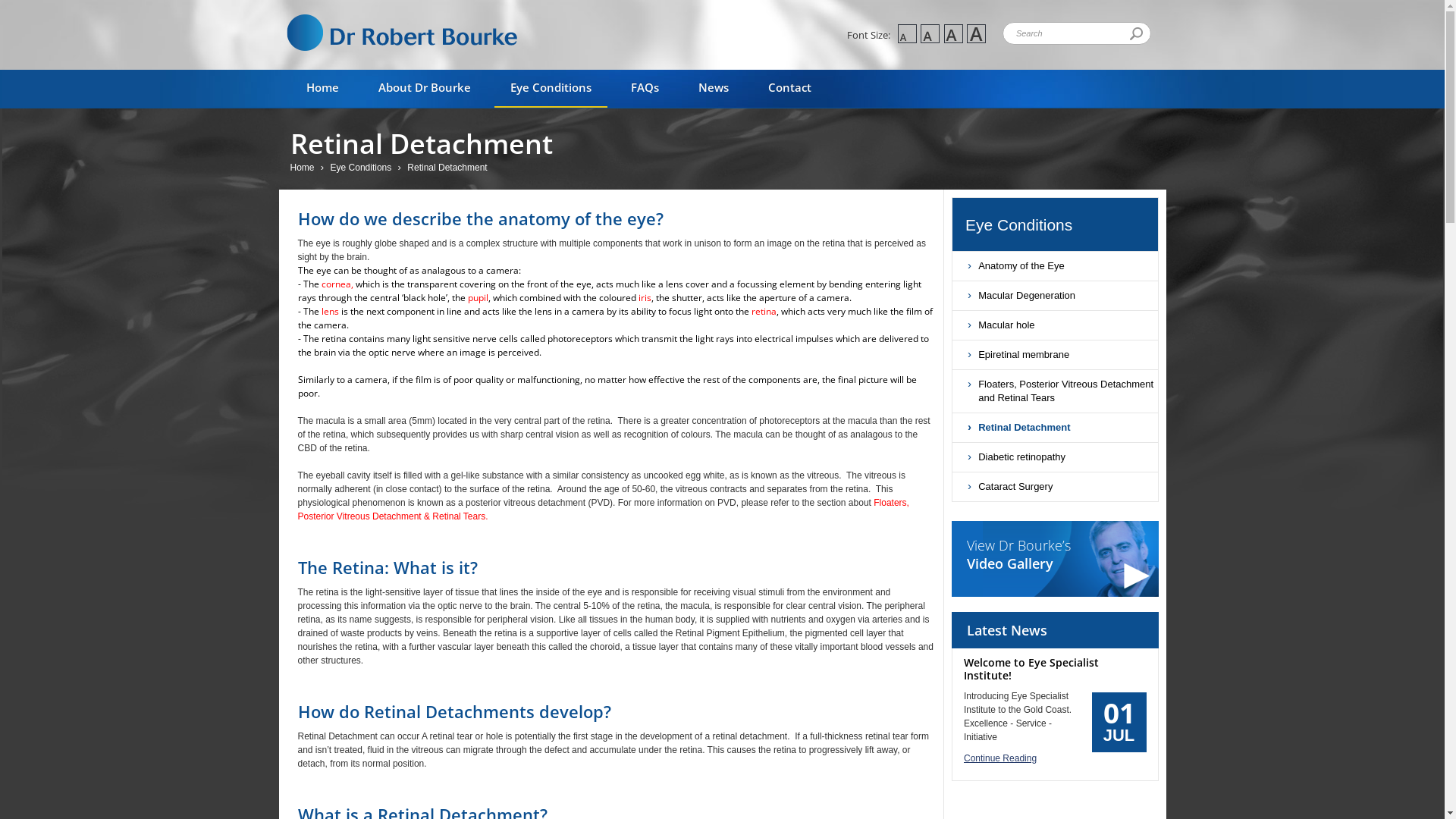 Image resolution: width=1456 pixels, height=819 pixels. I want to click on 'Contact', so click(789, 88).